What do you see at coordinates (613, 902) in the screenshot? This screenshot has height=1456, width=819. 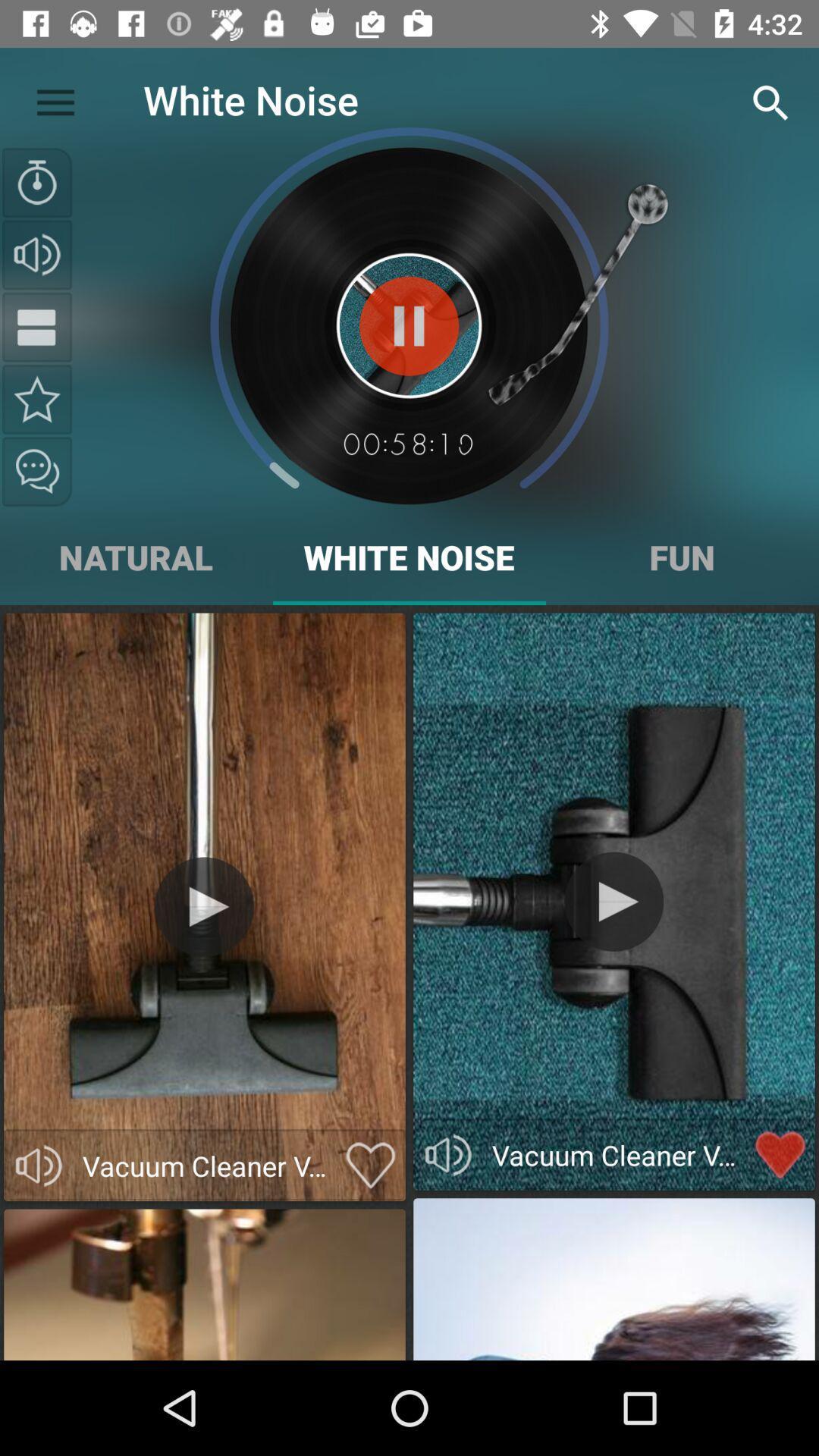 I see `play` at bounding box center [613, 902].